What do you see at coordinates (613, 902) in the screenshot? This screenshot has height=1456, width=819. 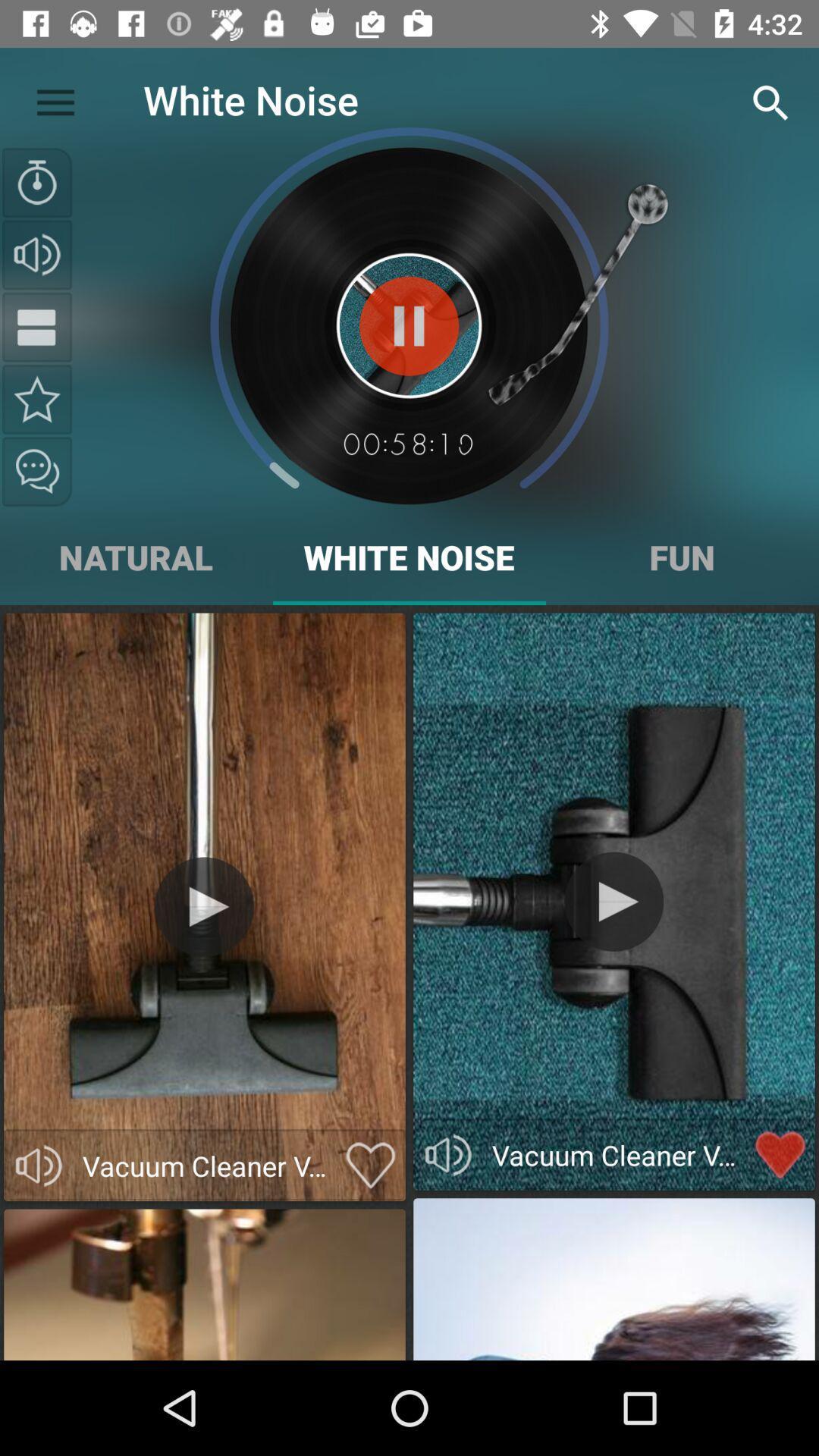 I see `play` at bounding box center [613, 902].